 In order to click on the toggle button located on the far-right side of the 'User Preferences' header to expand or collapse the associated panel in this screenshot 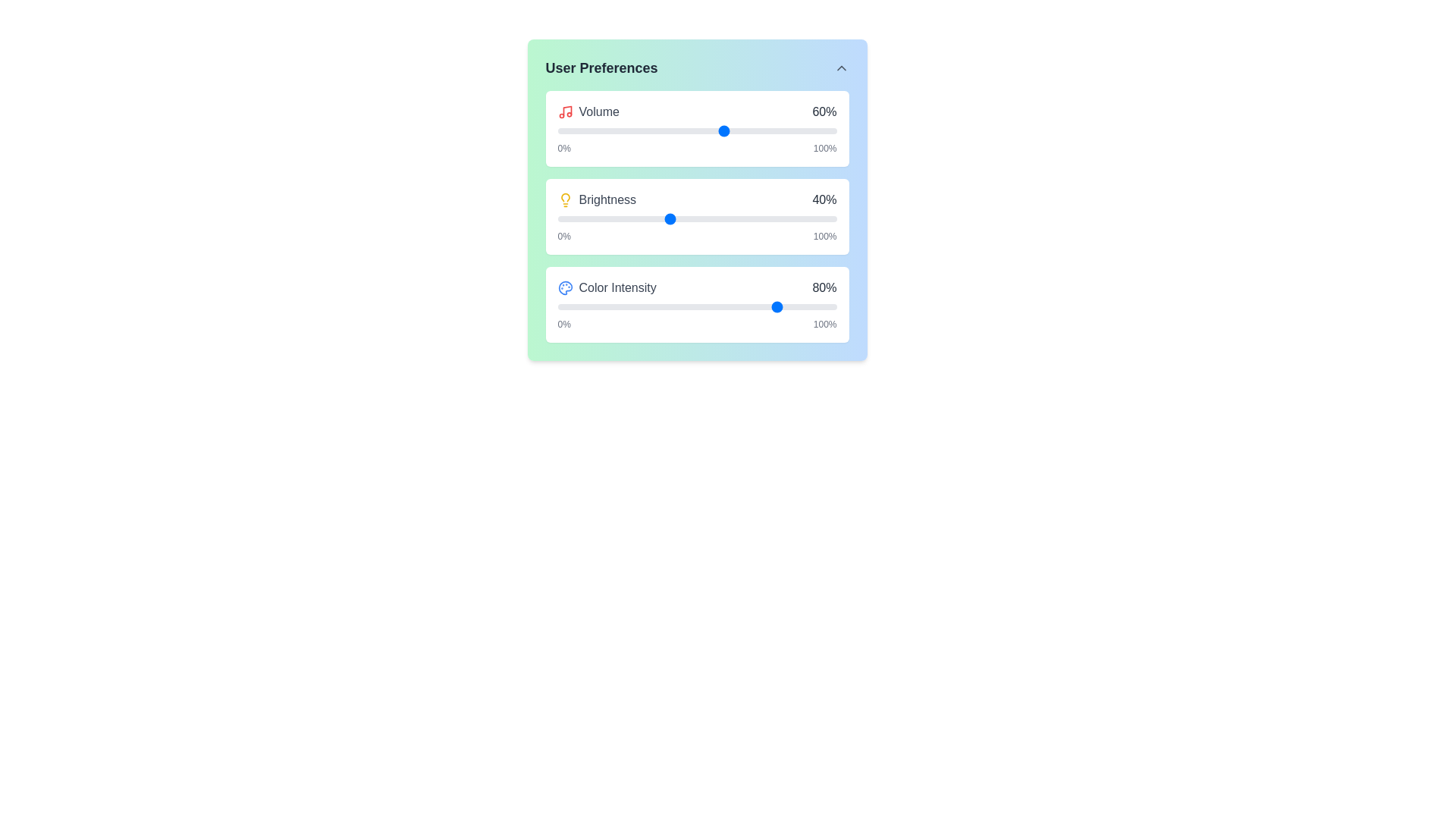, I will do `click(840, 67)`.